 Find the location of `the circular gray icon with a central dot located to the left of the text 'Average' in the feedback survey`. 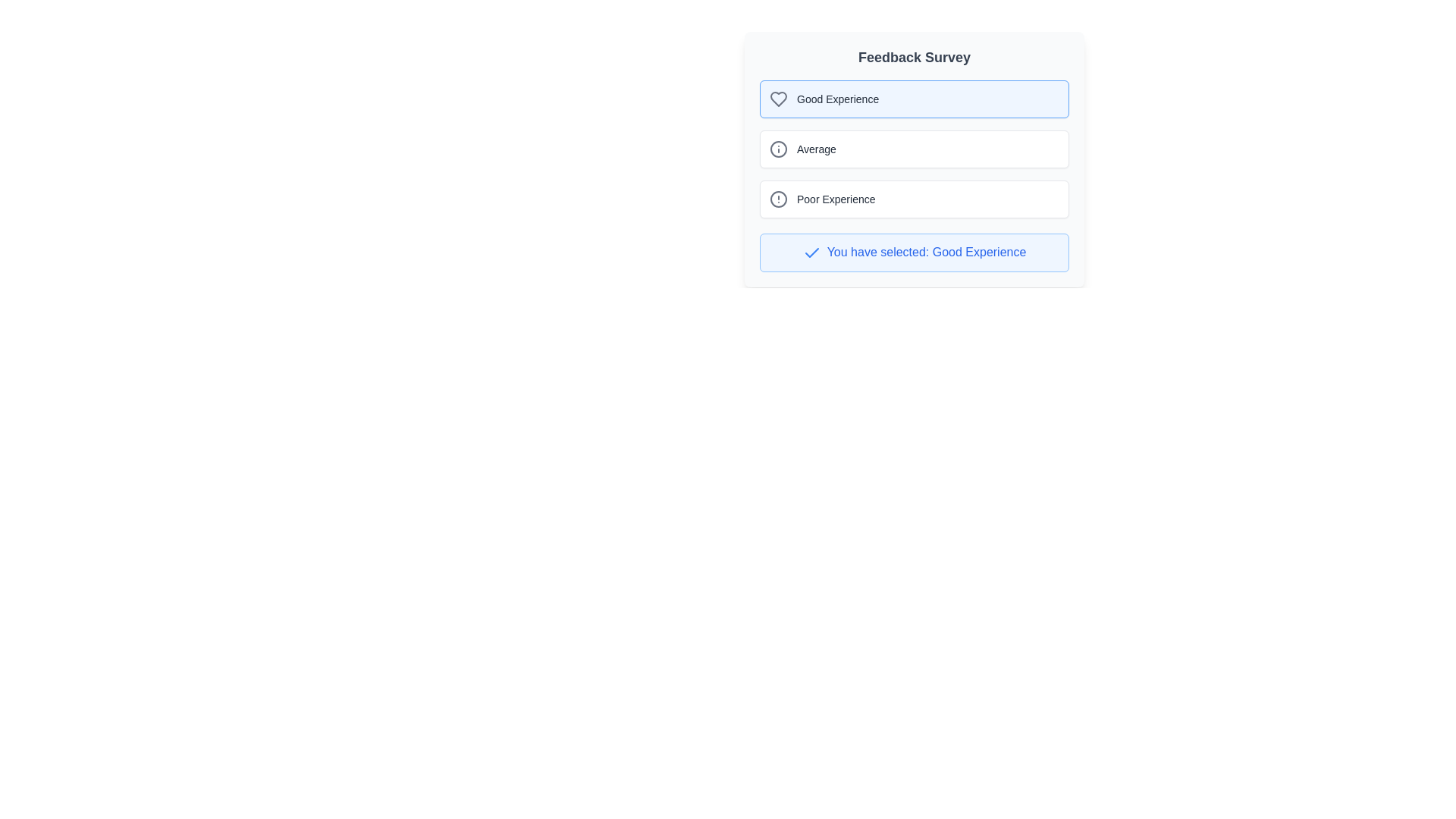

the circular gray icon with a central dot located to the left of the text 'Average' in the feedback survey is located at coordinates (779, 149).